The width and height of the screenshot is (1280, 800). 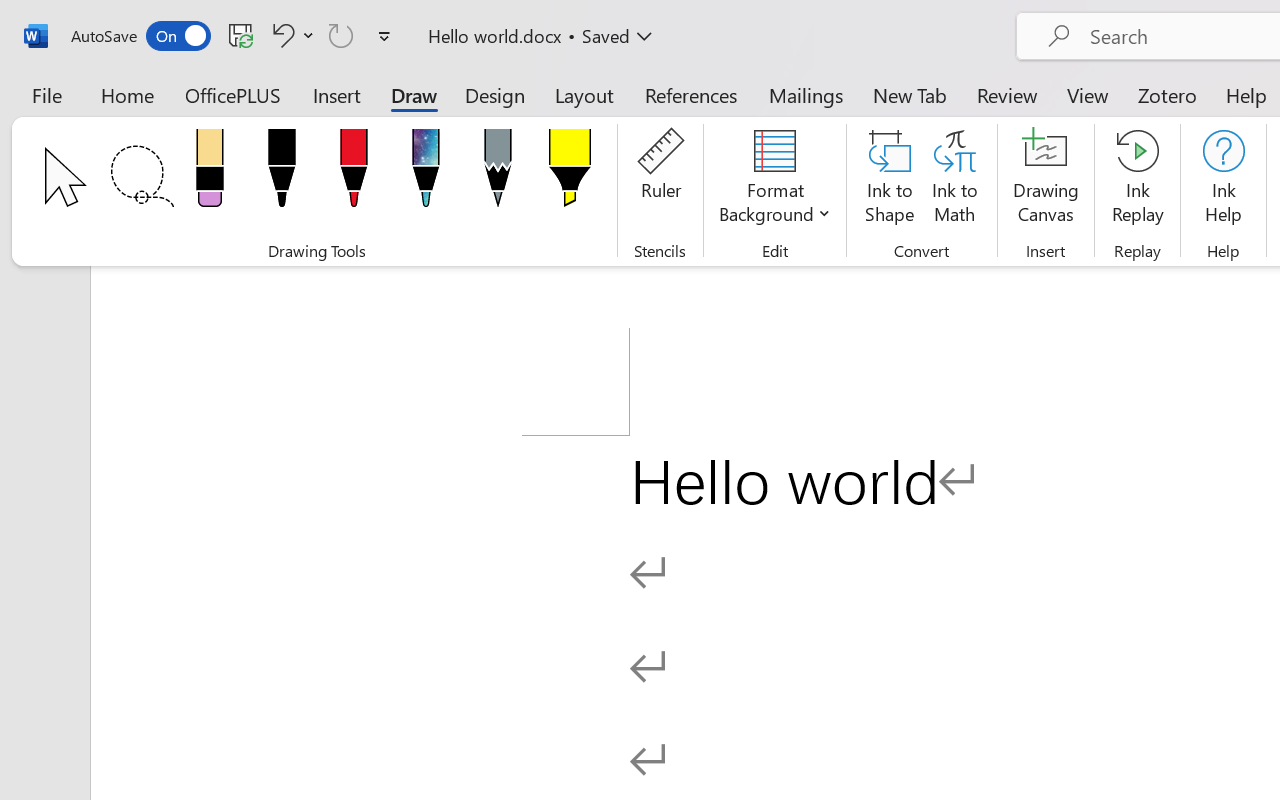 What do you see at coordinates (1045, 179) in the screenshot?
I see `'Drawing Canvas'` at bounding box center [1045, 179].